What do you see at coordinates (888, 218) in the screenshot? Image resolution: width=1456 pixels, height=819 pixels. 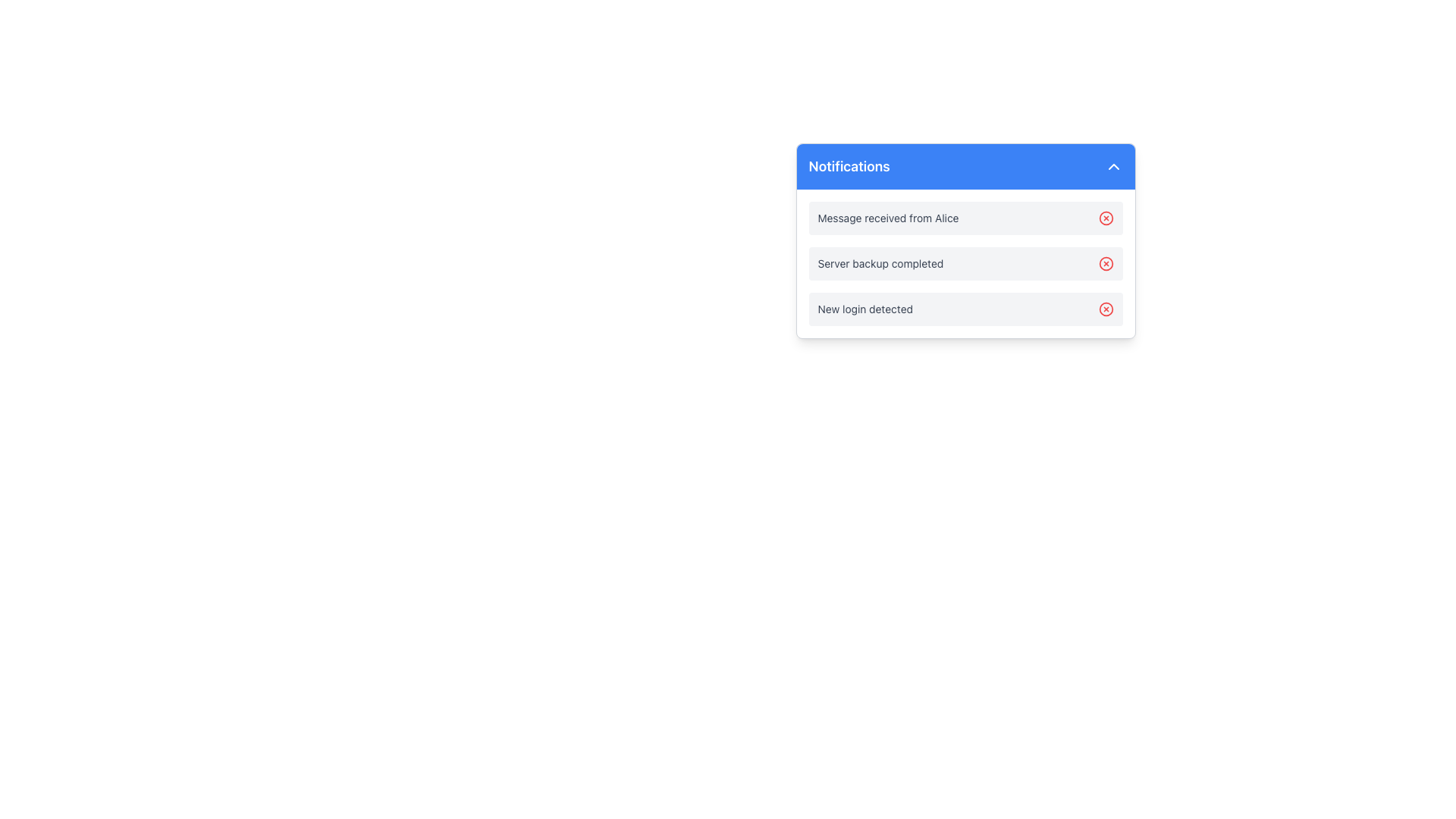 I see `the static text content displaying 'Message received from Alice' in the first notification item` at bounding box center [888, 218].